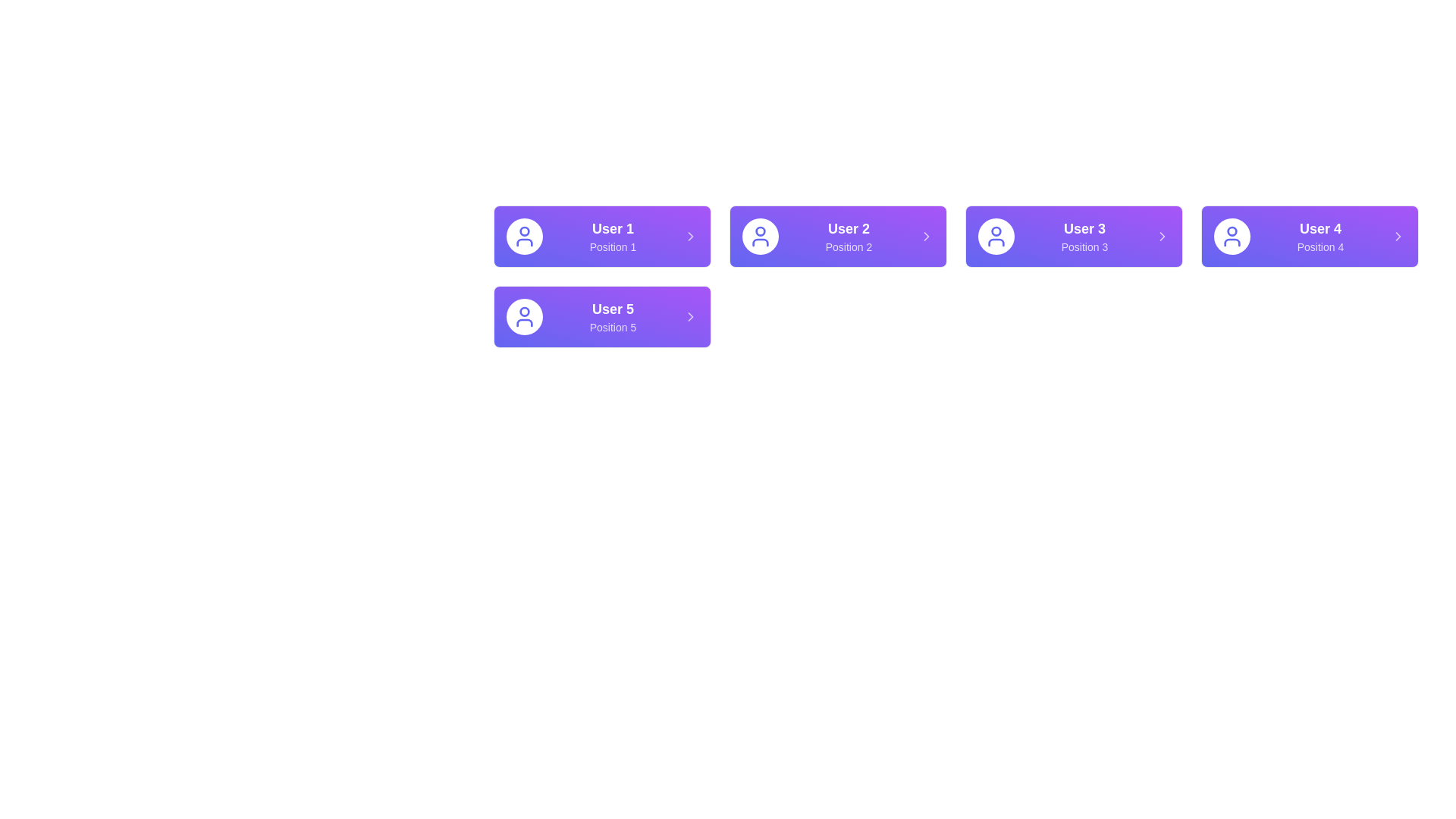  Describe the element at coordinates (1161, 237) in the screenshot. I see `the chevron-shaped icon button located at the right end of the 'User 3 Position 3' card for keyboard navigation` at that location.